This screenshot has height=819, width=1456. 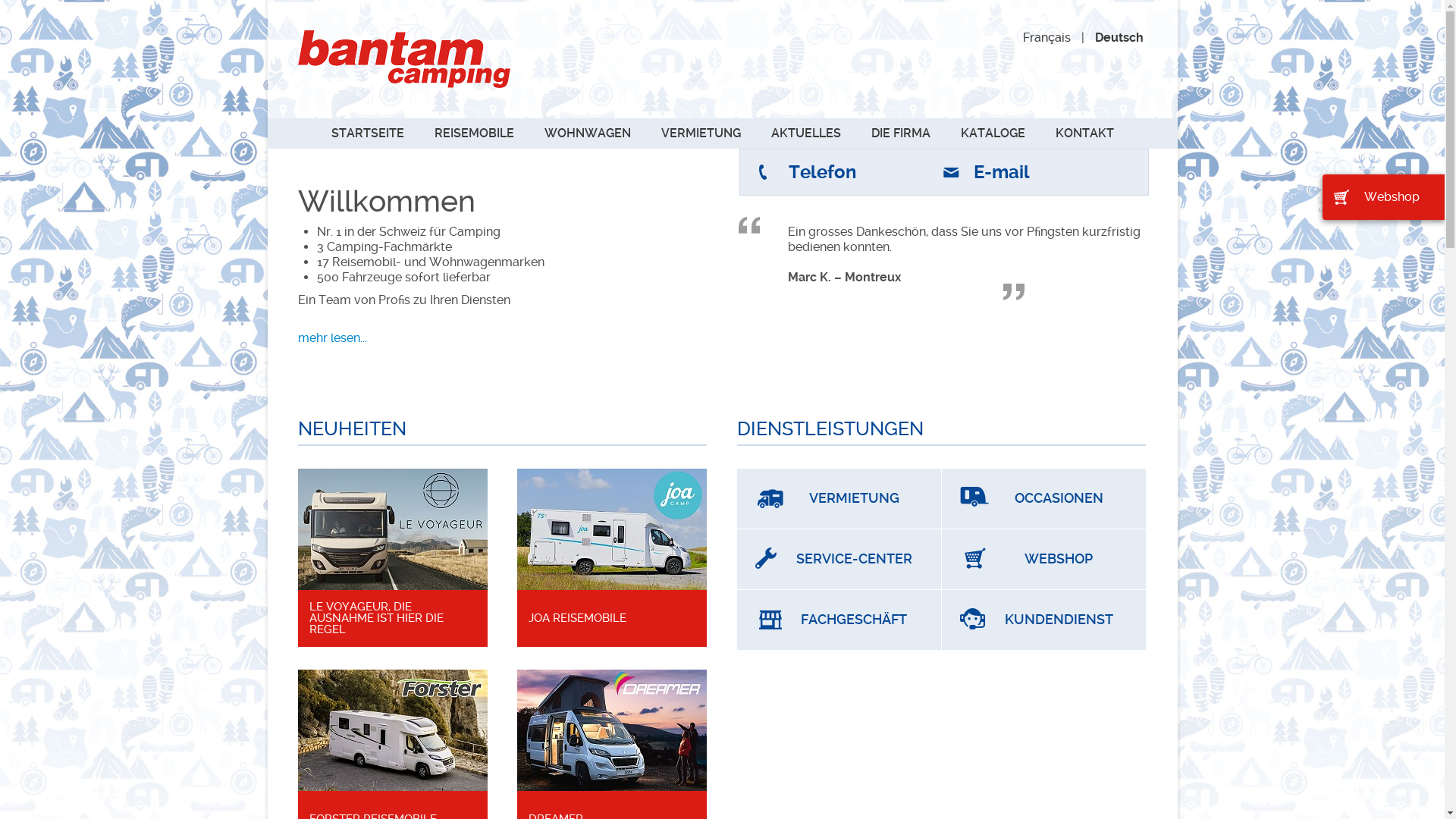 What do you see at coordinates (1043, 620) in the screenshot?
I see `'KUNDENDIENST'` at bounding box center [1043, 620].